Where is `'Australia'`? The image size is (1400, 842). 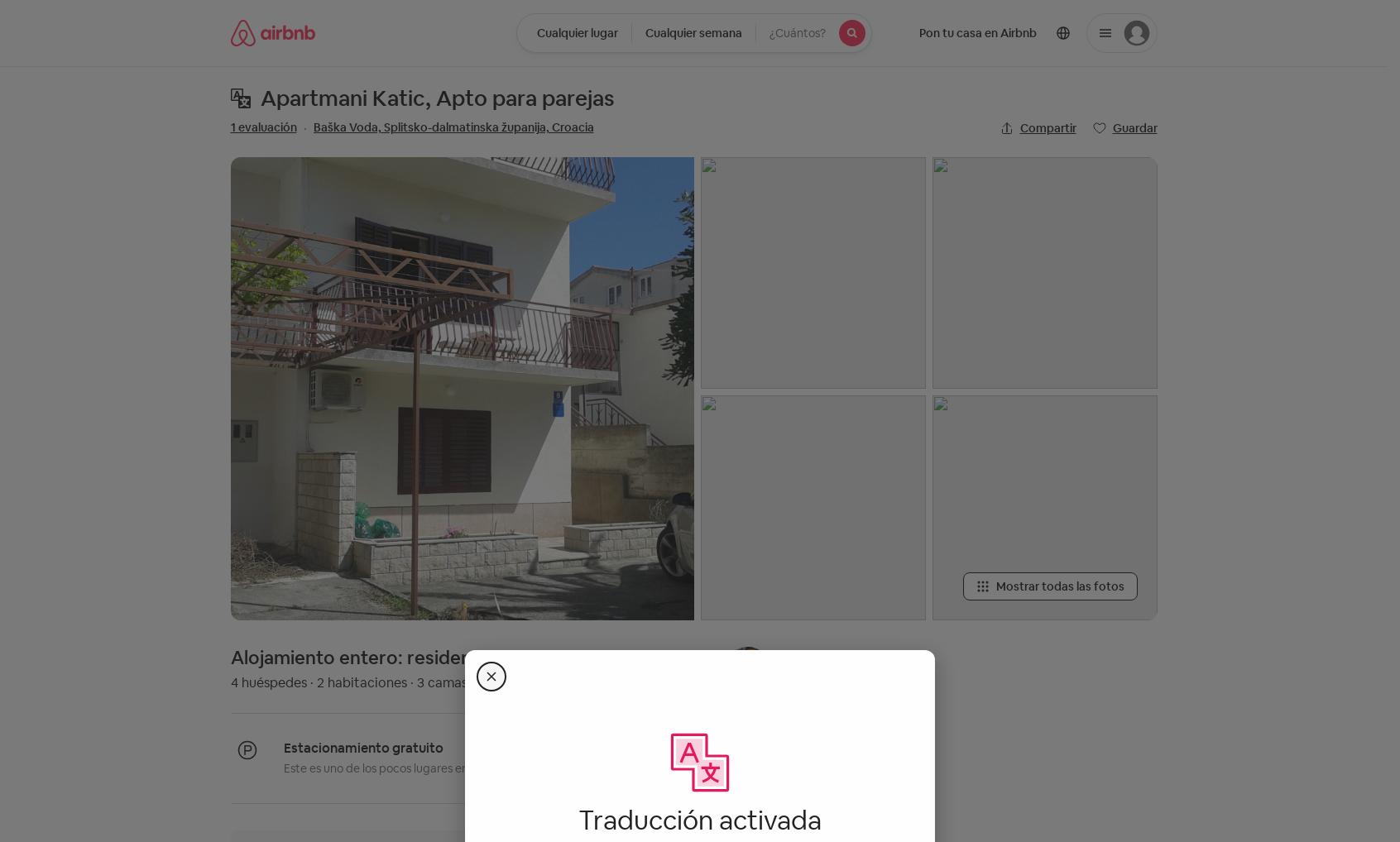
'Australia' is located at coordinates (666, 312).